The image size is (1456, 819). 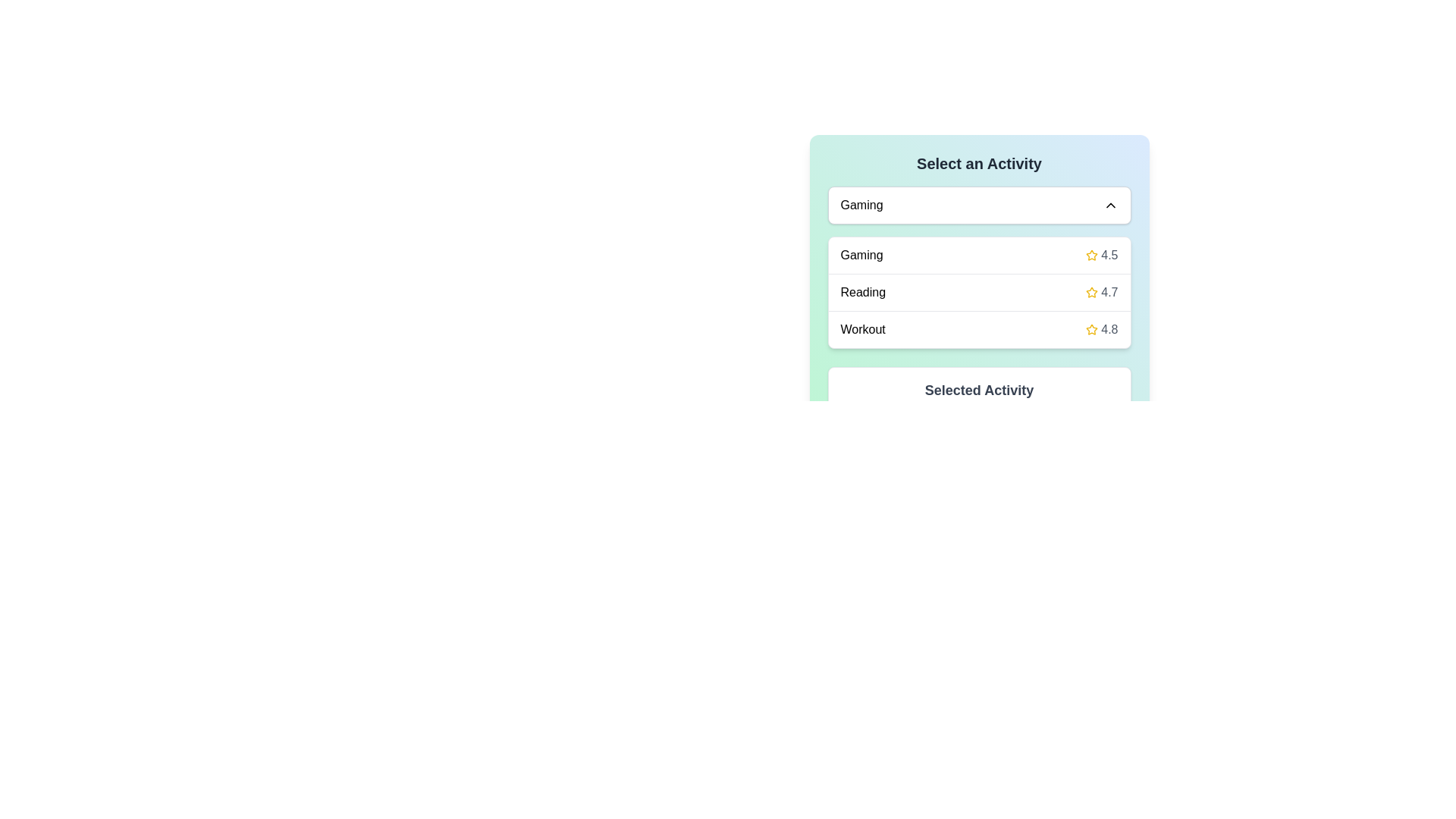 I want to click on the selectable list item labeled 'Workout' with a rating of 4.8 in the 'Select an Activity' dropdown, which is positioned in the third row of the list, so click(x=979, y=328).